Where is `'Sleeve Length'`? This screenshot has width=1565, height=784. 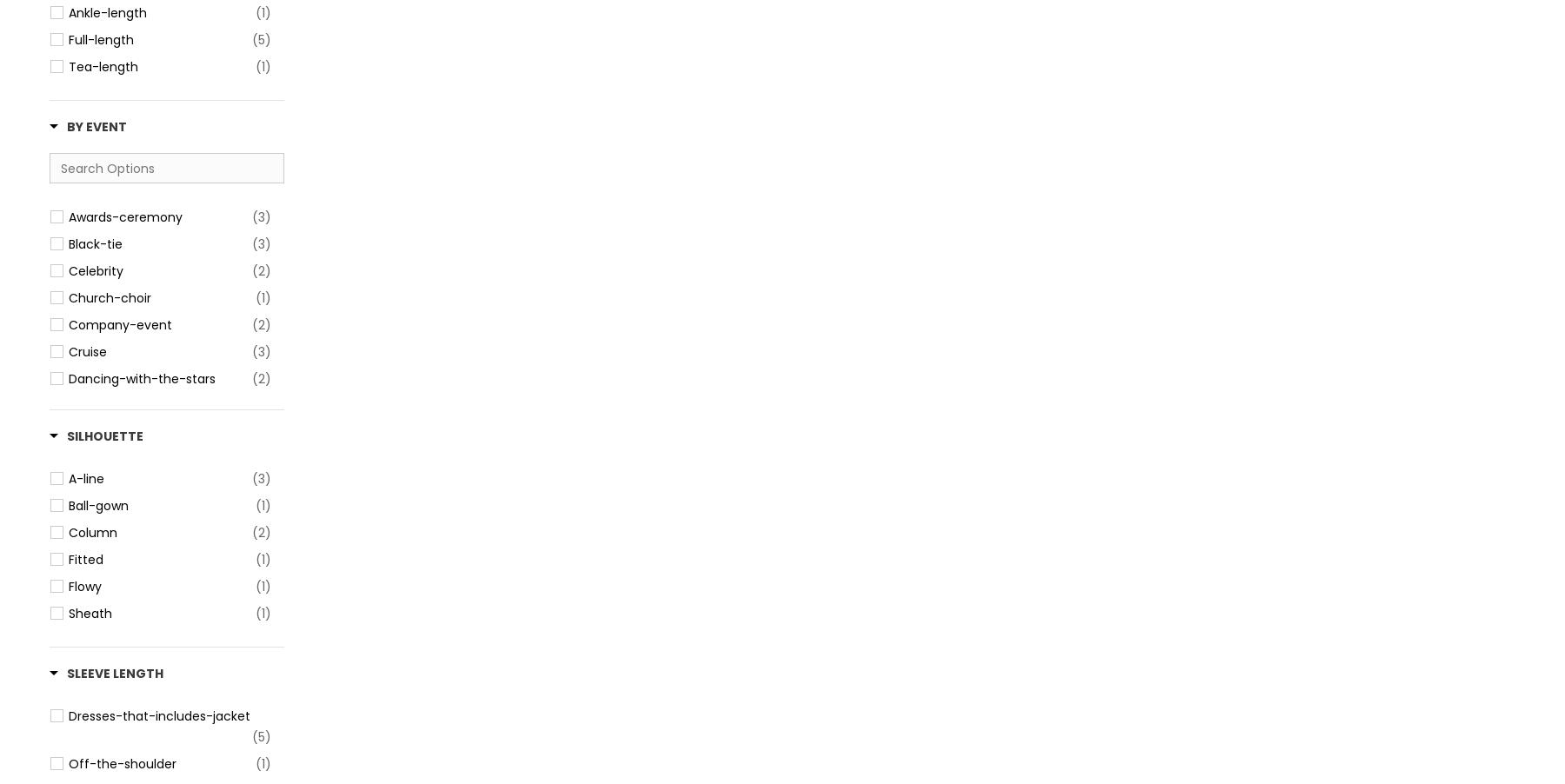
'Sleeve Length' is located at coordinates (115, 672).